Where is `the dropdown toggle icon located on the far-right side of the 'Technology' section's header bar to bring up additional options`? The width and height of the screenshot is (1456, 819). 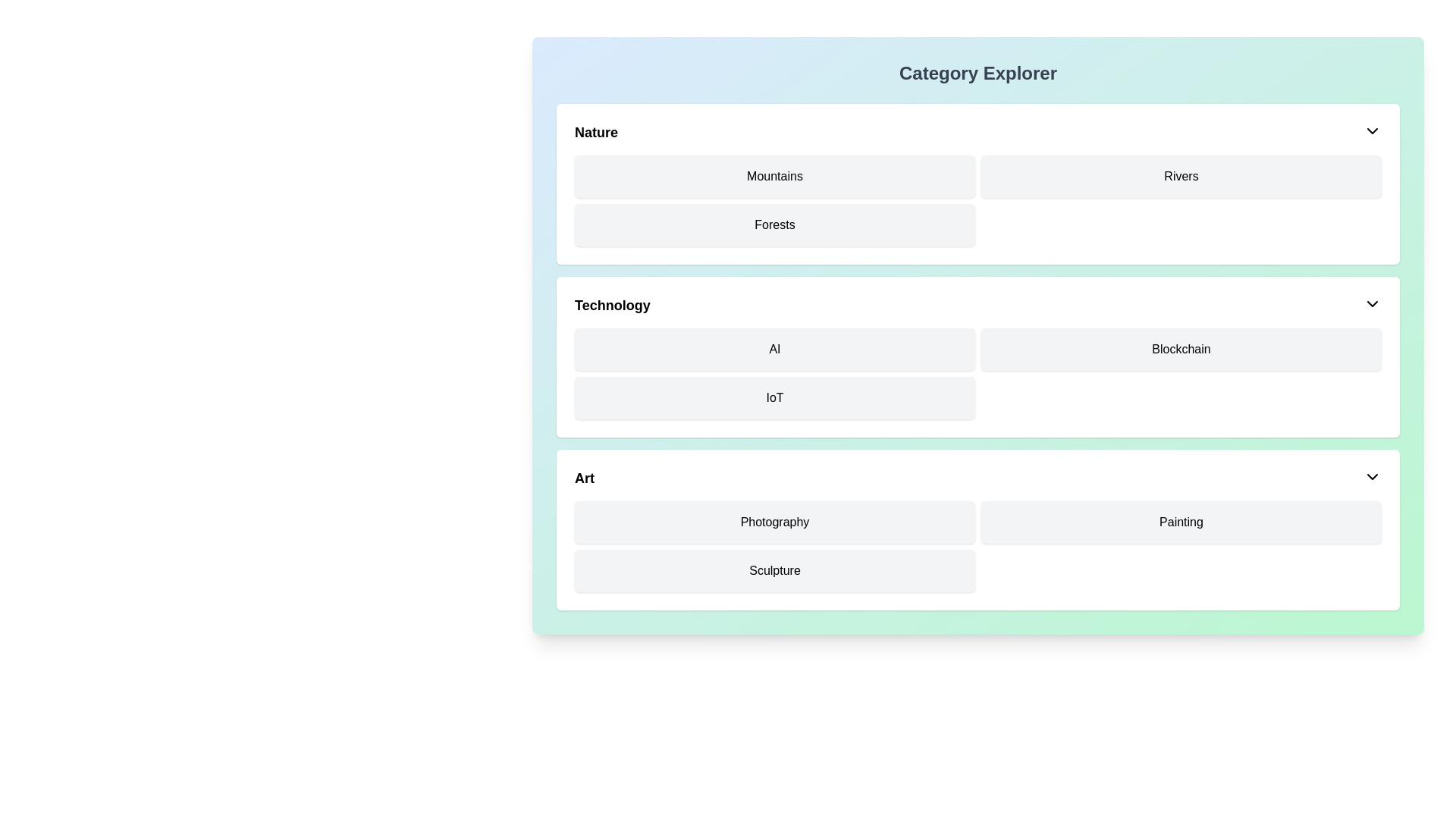 the dropdown toggle icon located on the far-right side of the 'Technology' section's header bar to bring up additional options is located at coordinates (1372, 304).